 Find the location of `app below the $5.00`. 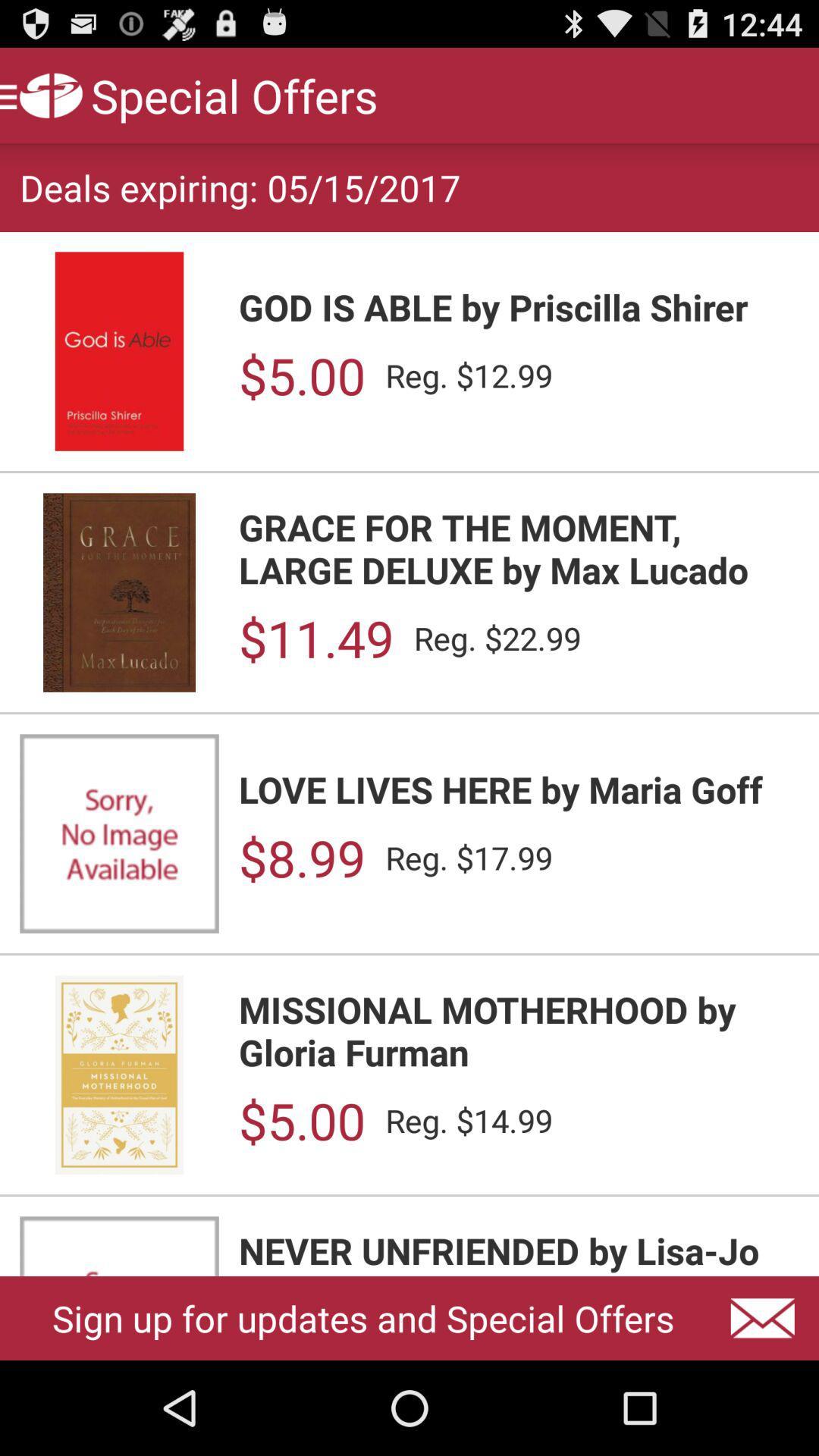

app below the $5.00 is located at coordinates (518, 1251).